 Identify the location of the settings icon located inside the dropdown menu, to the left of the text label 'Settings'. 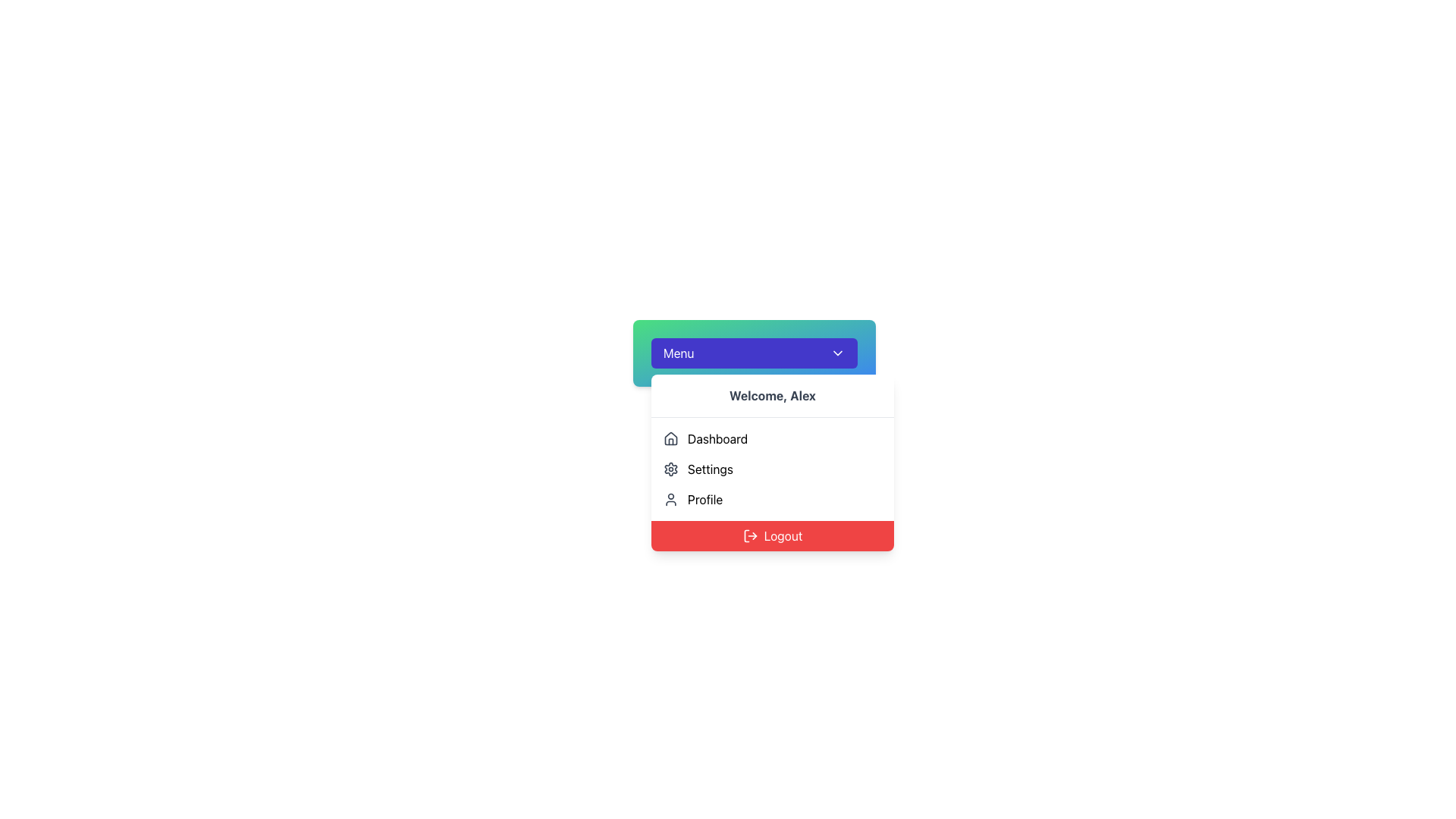
(670, 468).